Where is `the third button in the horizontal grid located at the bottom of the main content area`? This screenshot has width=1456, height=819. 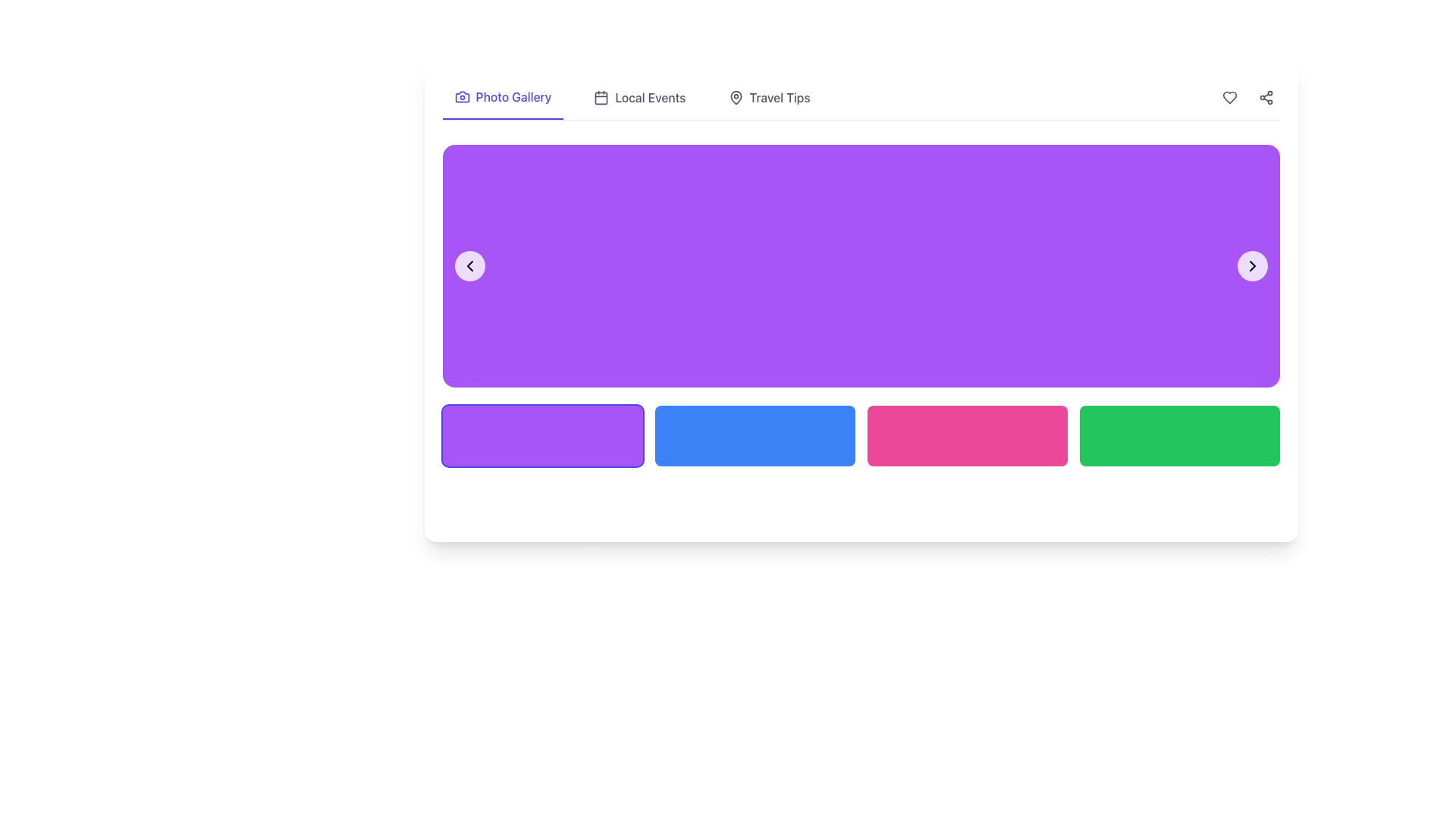
the third button in the horizontal grid located at the bottom of the main content area is located at coordinates (966, 435).